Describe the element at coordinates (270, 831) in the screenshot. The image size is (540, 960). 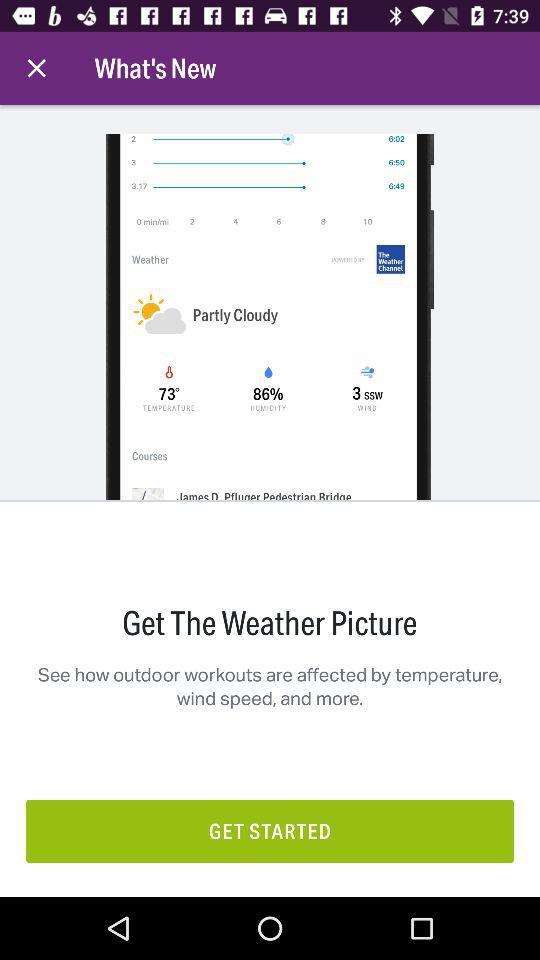
I see `icon below the see how outdoor item` at that location.